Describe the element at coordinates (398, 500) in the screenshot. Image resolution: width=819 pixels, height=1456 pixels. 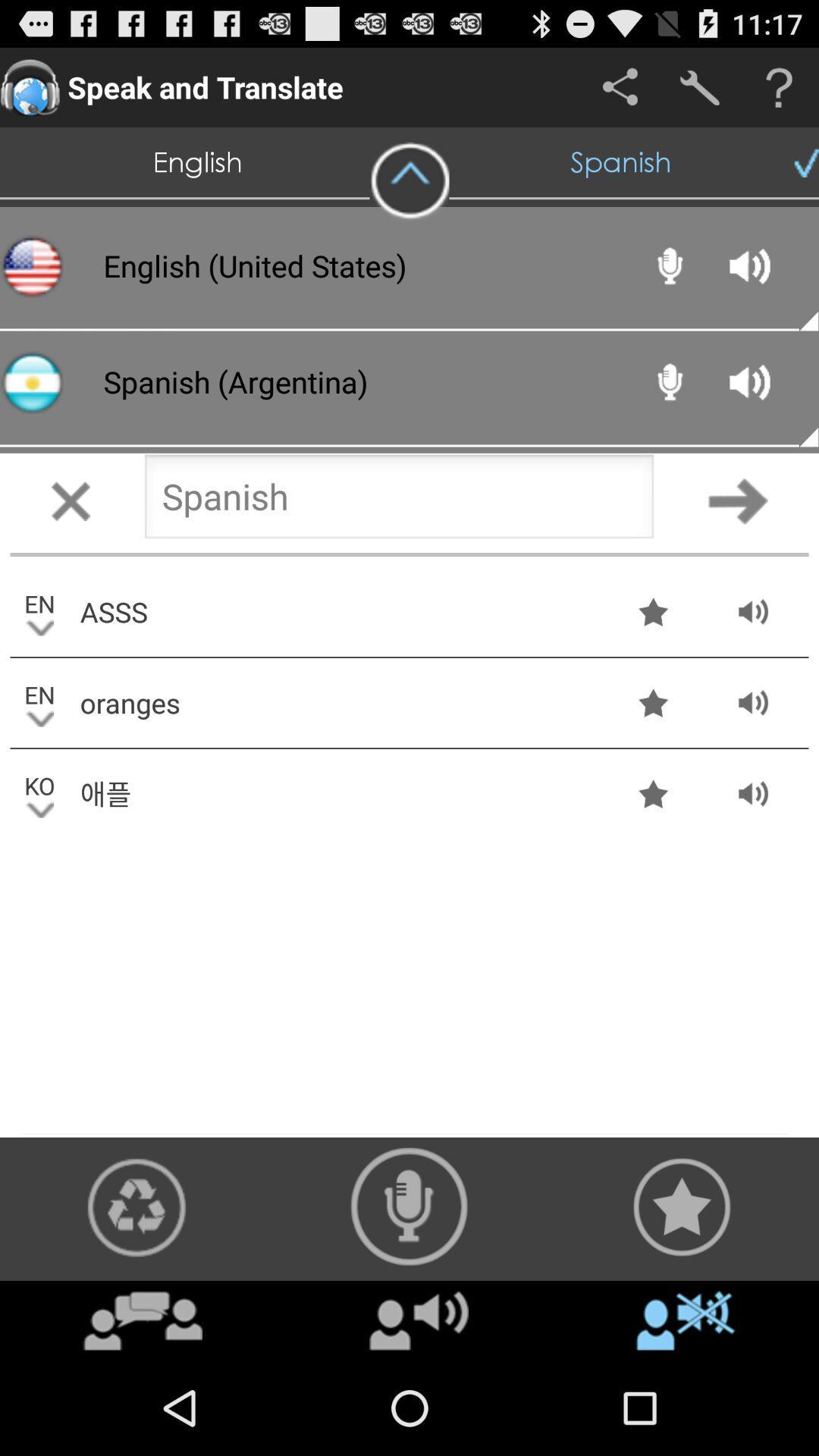
I see `translation language` at that location.